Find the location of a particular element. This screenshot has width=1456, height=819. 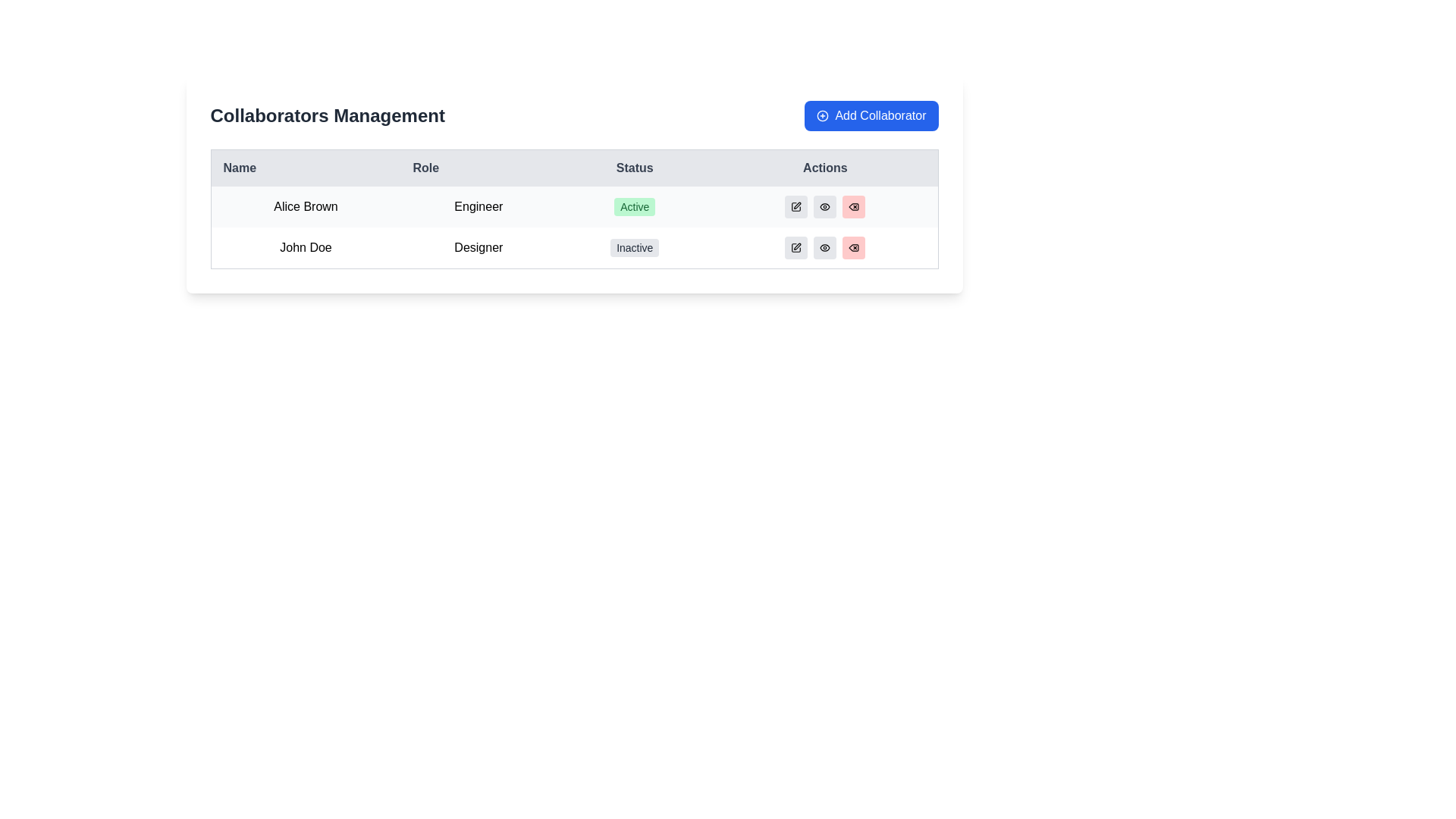

the edit button in the Actions column for the row representing 'Alice Brown' is located at coordinates (795, 207).